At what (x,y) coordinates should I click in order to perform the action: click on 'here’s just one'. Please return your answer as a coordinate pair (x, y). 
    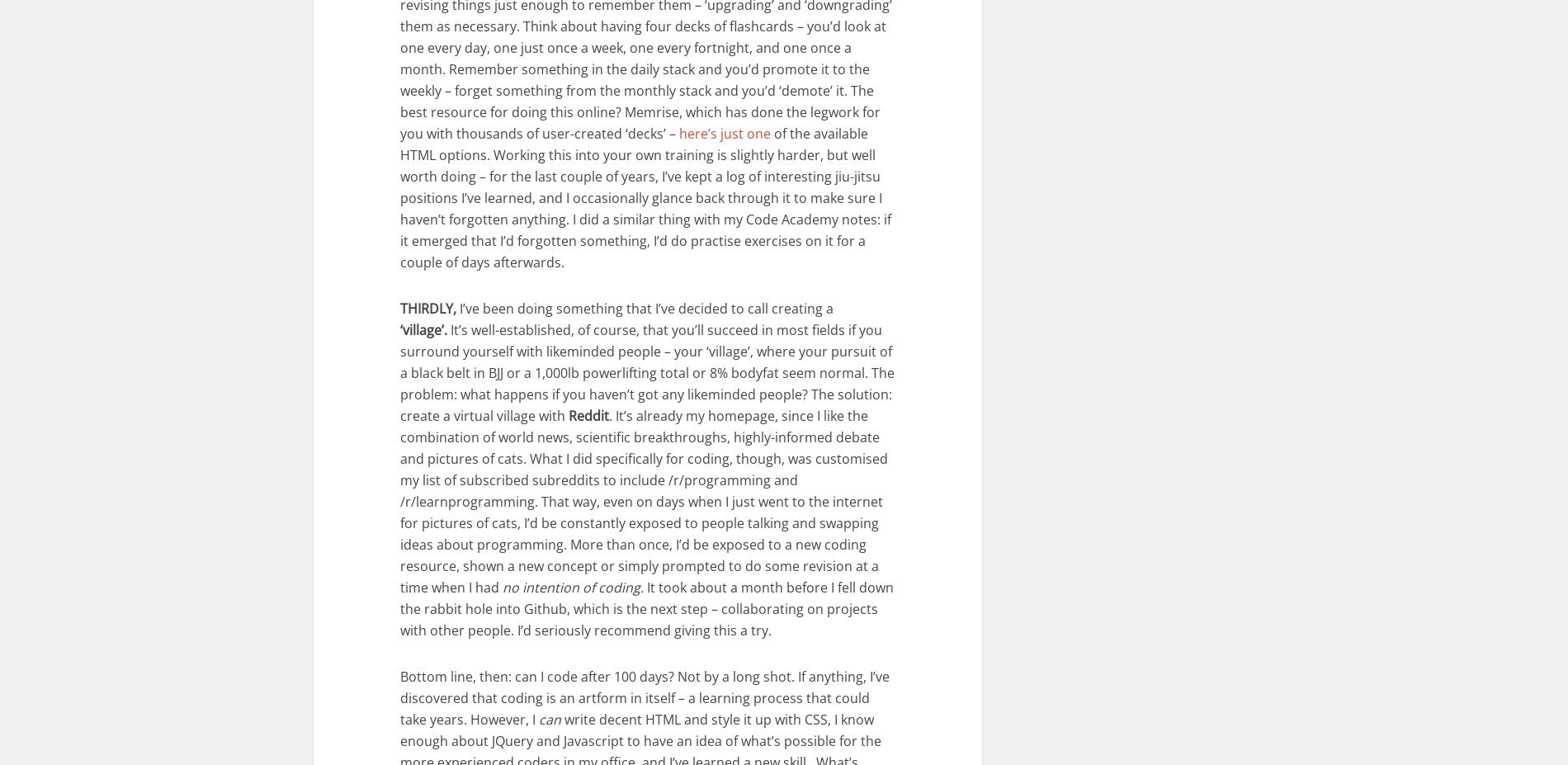
    Looking at the image, I should click on (678, 133).